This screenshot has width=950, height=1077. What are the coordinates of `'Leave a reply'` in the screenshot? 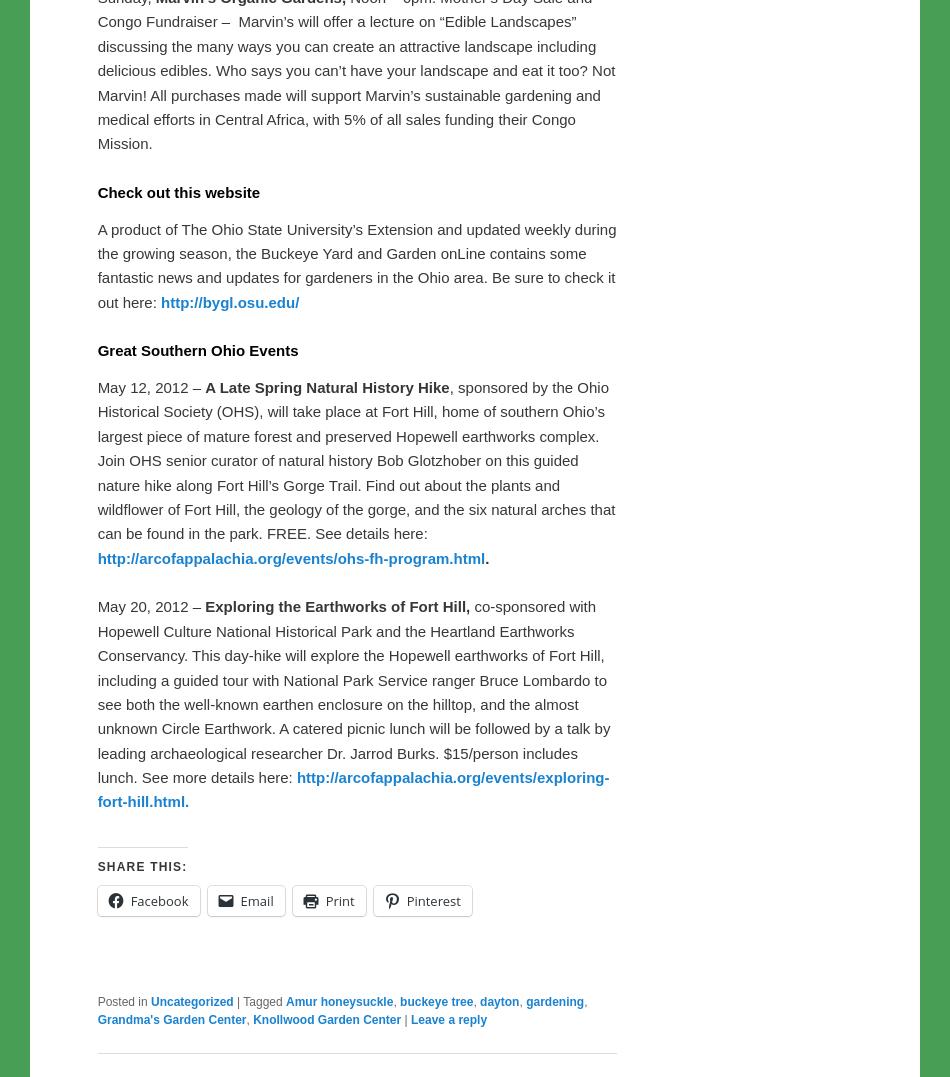 It's located at (447, 1019).